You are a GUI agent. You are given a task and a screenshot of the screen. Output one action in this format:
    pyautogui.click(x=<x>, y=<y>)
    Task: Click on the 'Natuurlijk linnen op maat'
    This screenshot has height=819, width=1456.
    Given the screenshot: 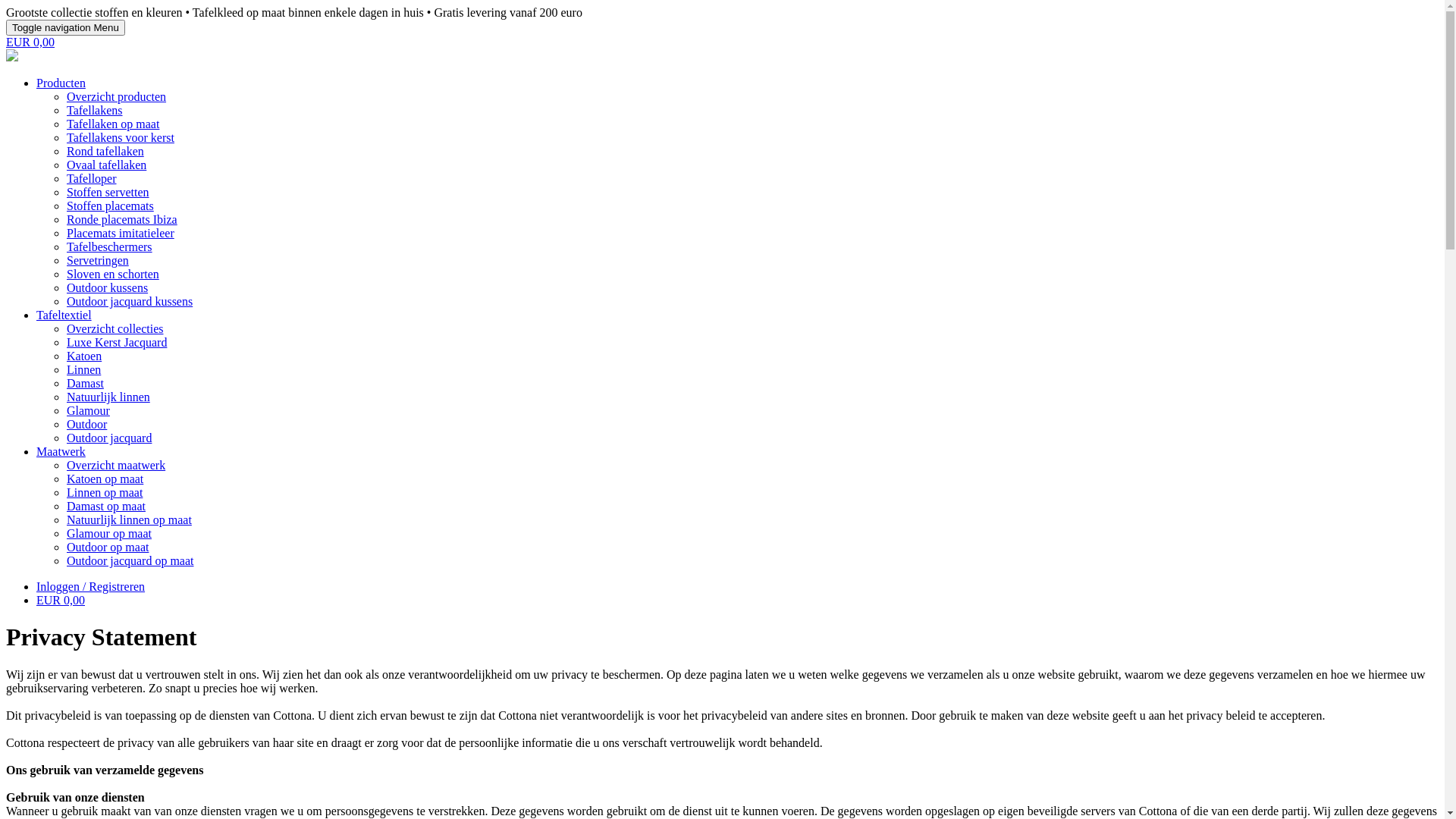 What is the action you would take?
    pyautogui.click(x=129, y=519)
    